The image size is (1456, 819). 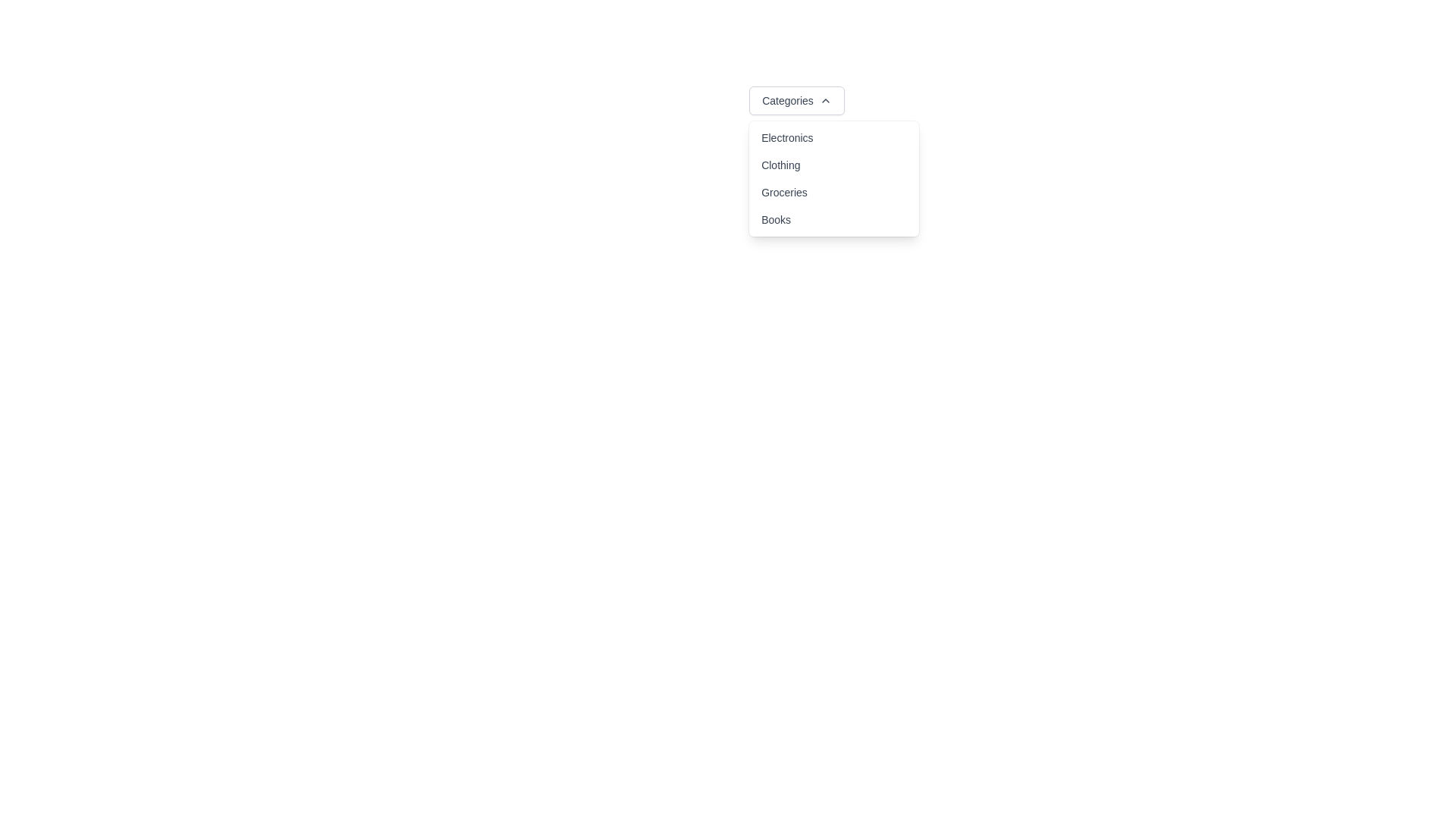 What do you see at coordinates (833, 137) in the screenshot?
I see `the 'Electronics' menu item in the dropdown list` at bounding box center [833, 137].